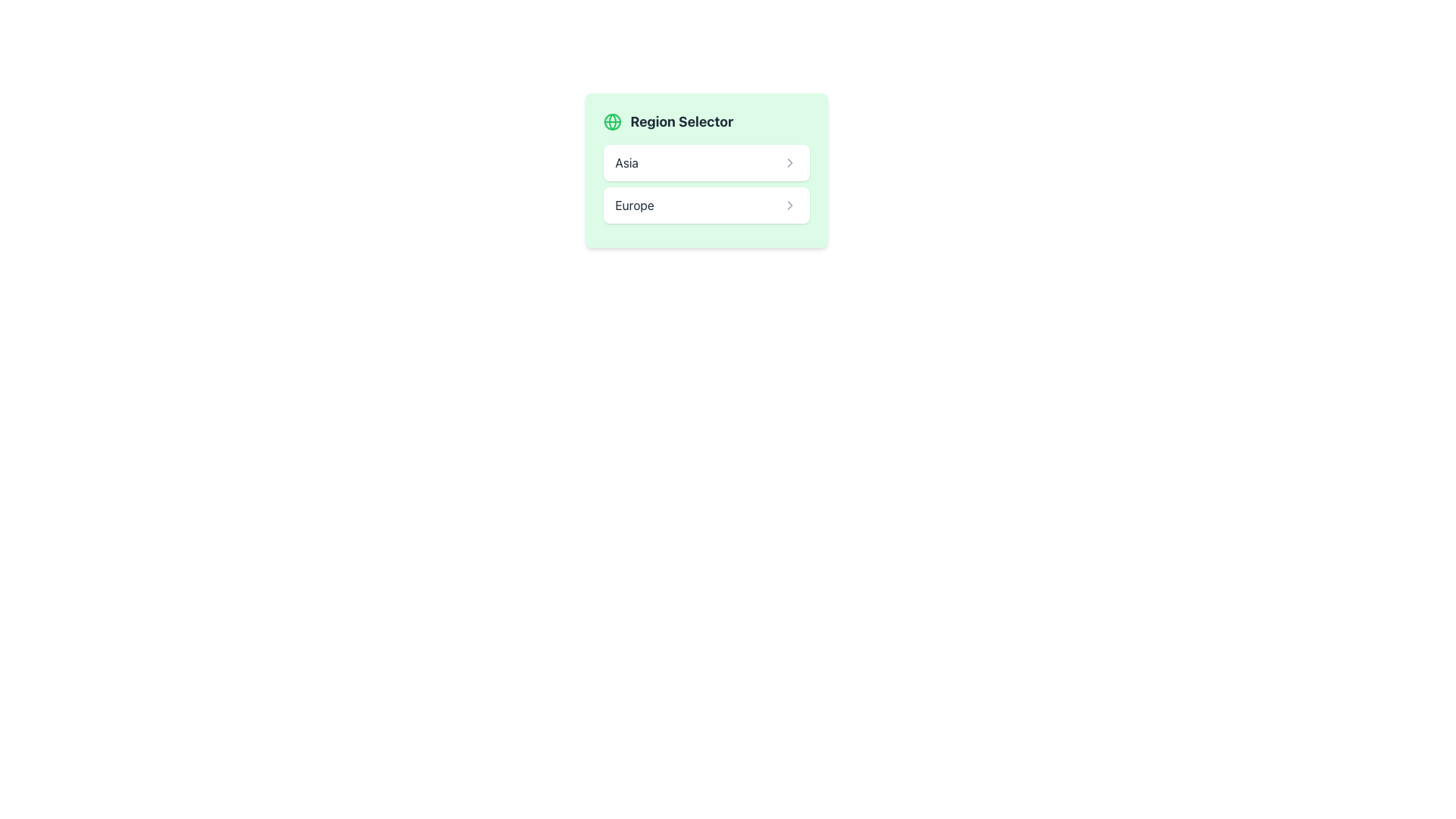  I want to click on the right-pointing arrow icon within the 'Region Selector' component, so click(789, 205).